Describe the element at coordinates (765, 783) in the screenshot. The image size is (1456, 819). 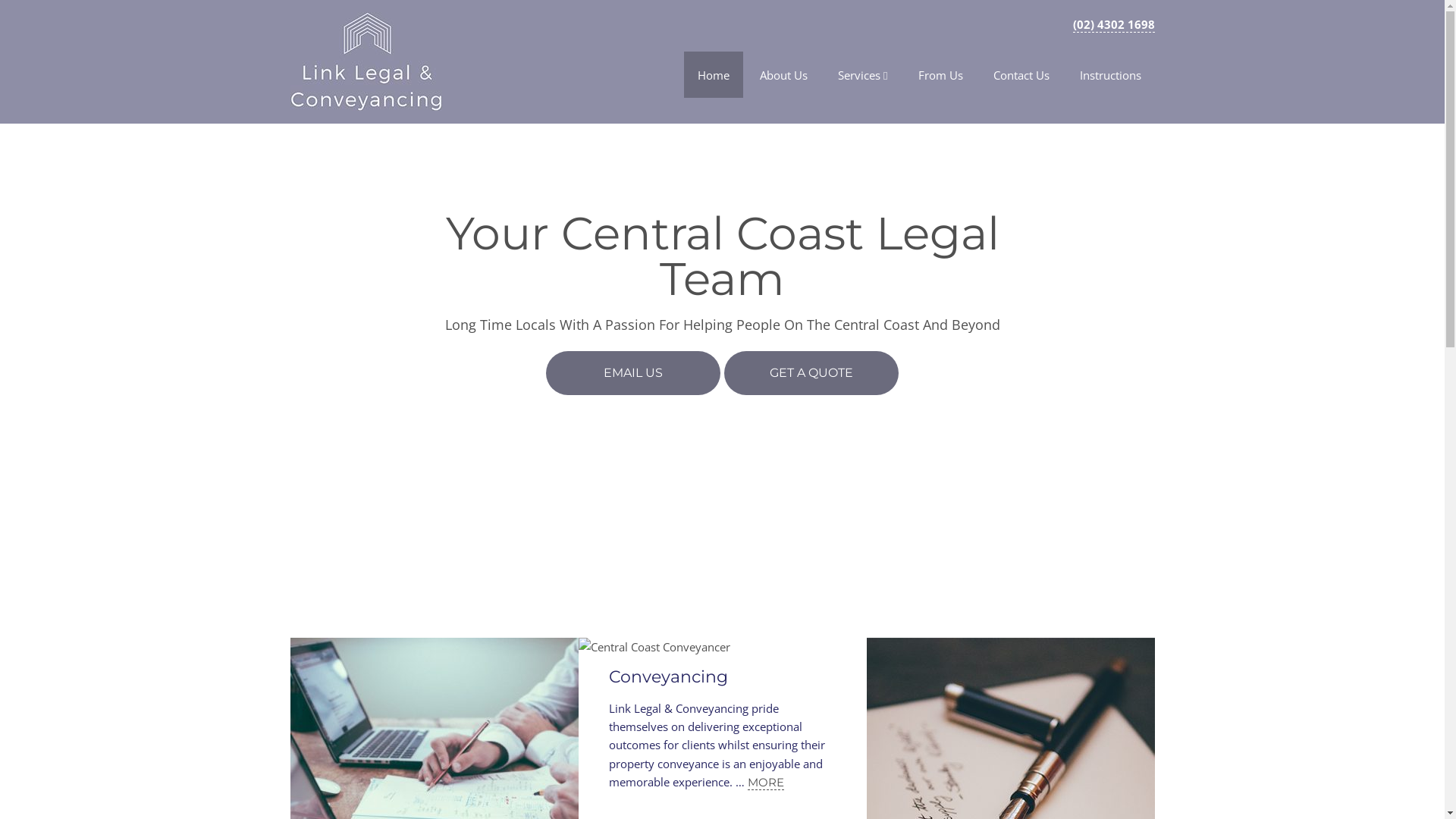
I see `'MORE'` at that location.